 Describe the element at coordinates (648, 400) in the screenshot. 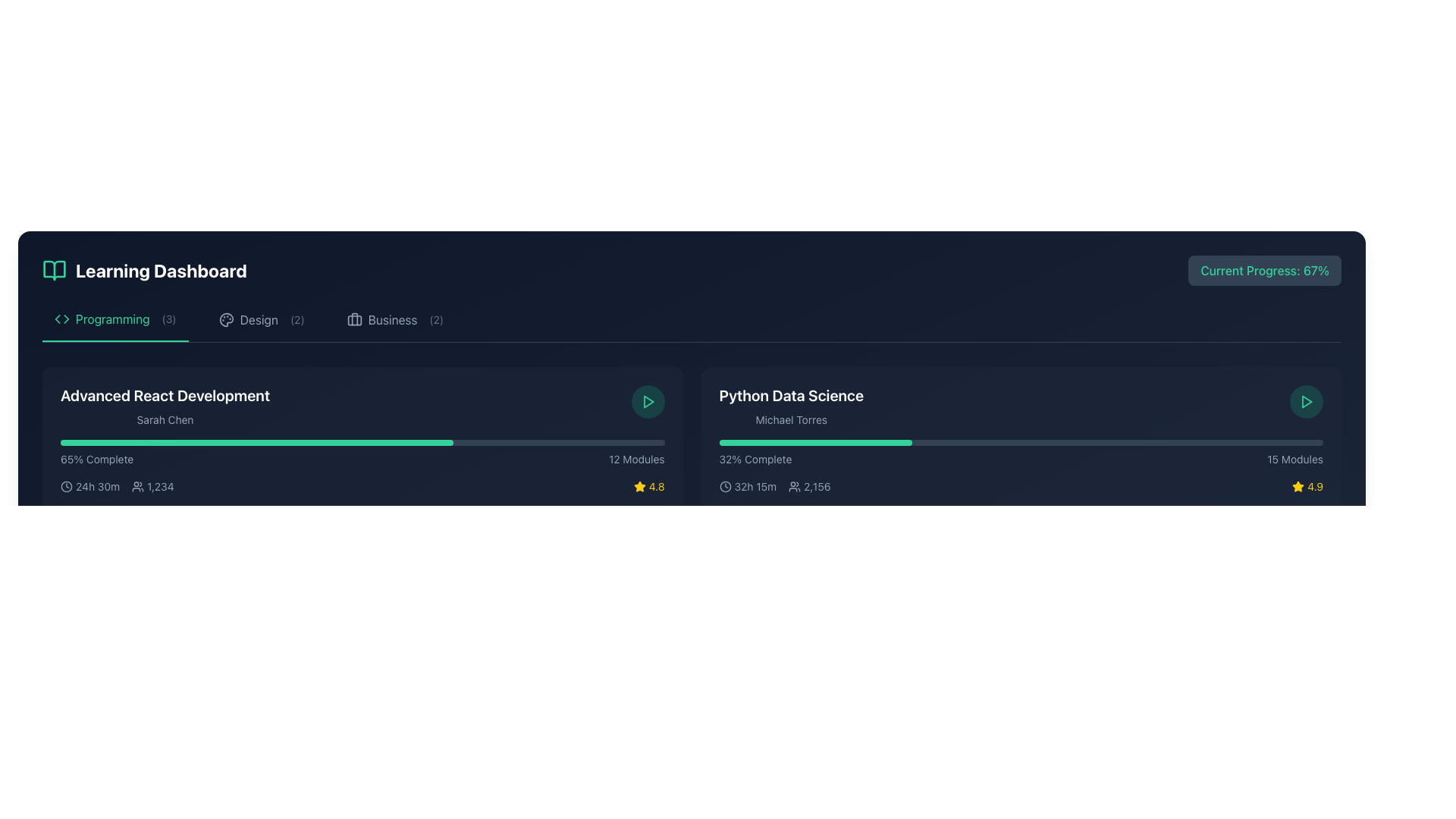

I see `the button located on the right side of the 'Advanced React Development' course details` at that location.